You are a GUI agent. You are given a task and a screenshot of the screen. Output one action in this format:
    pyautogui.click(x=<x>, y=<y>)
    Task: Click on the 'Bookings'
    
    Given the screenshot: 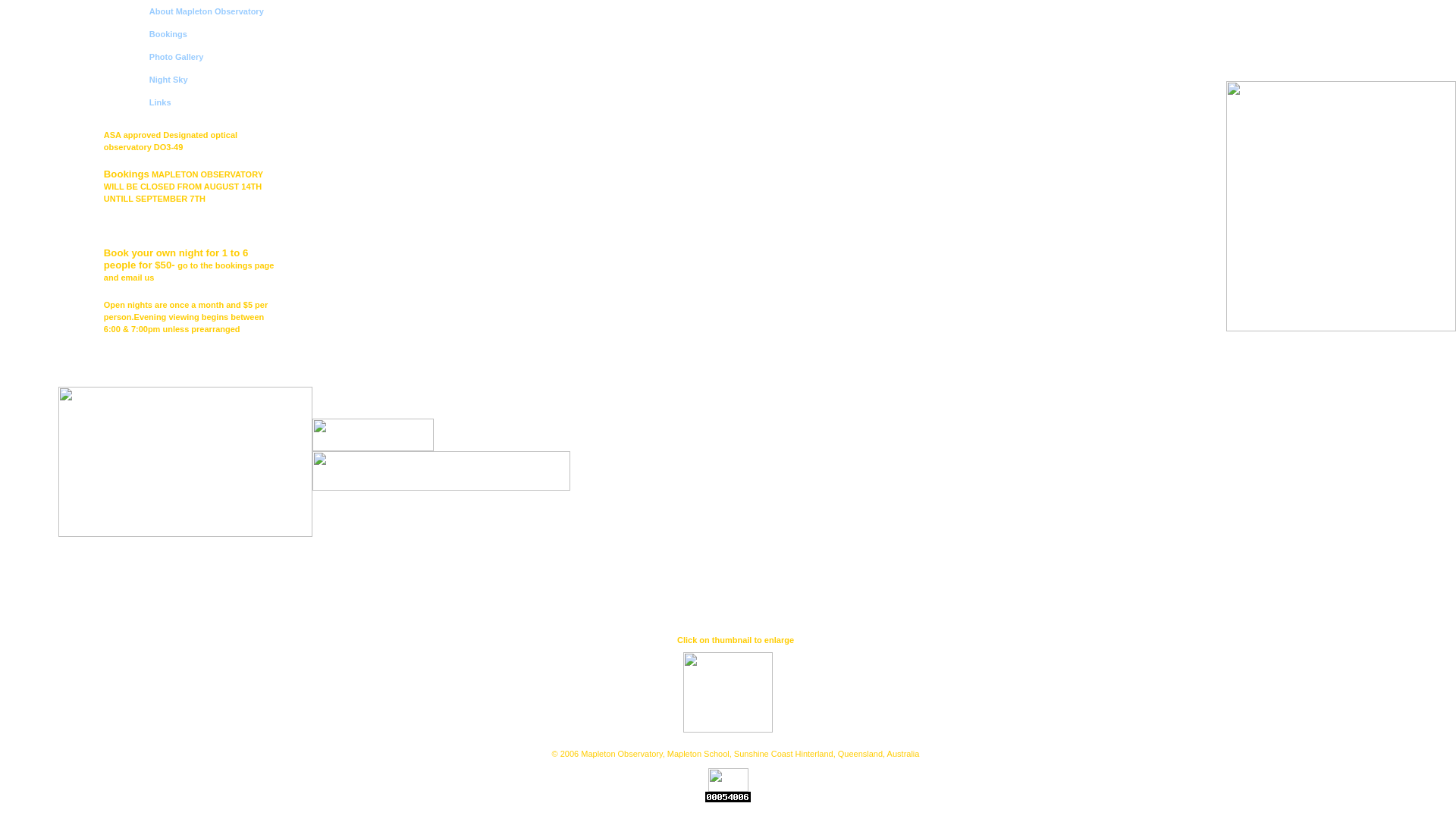 What is the action you would take?
    pyautogui.click(x=168, y=34)
    